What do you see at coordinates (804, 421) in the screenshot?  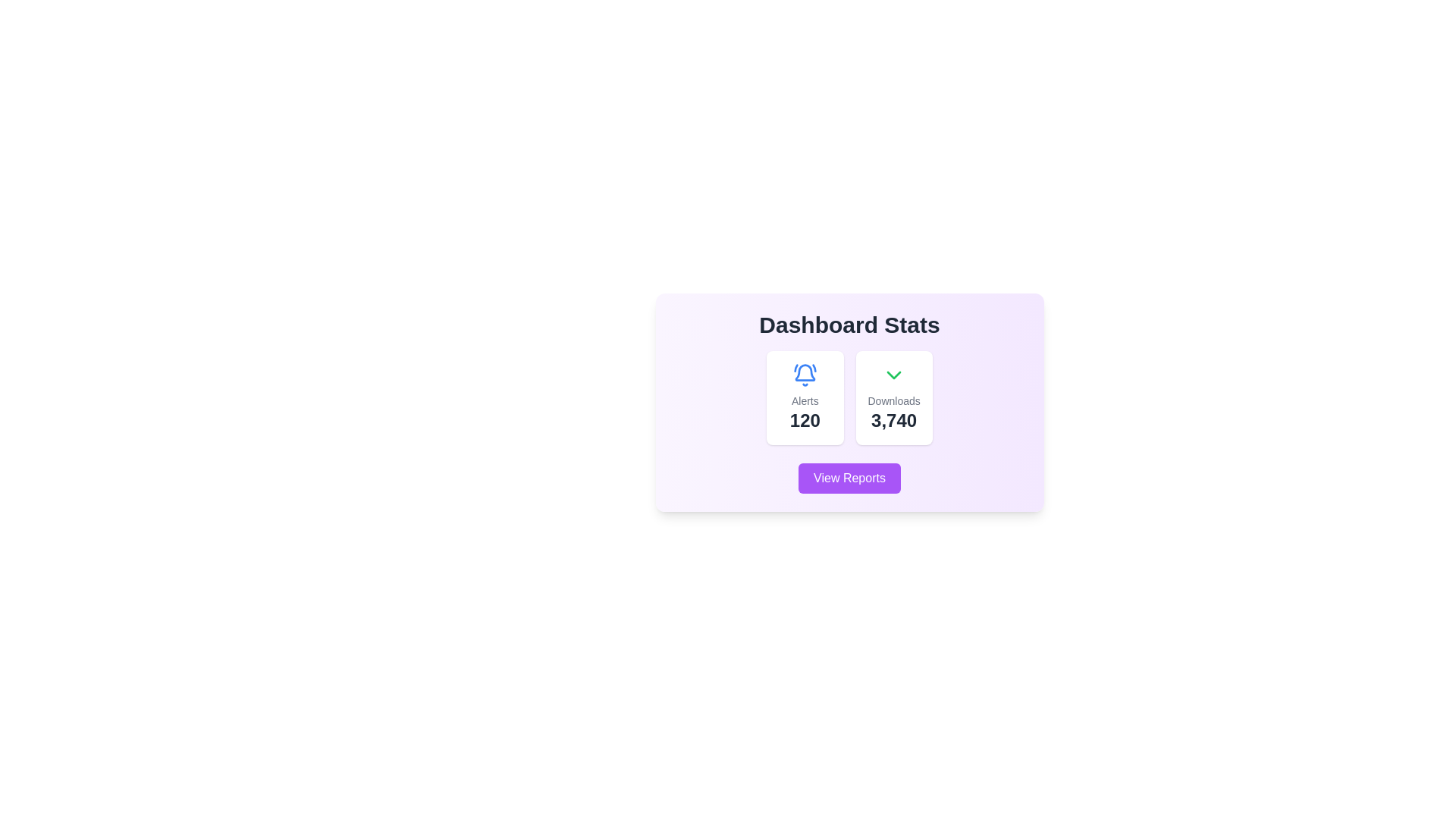 I see `text element displaying '120' in bold and large font, positioned at the bottom of the statistics card aligned with the label 'Alerts'` at bounding box center [804, 421].